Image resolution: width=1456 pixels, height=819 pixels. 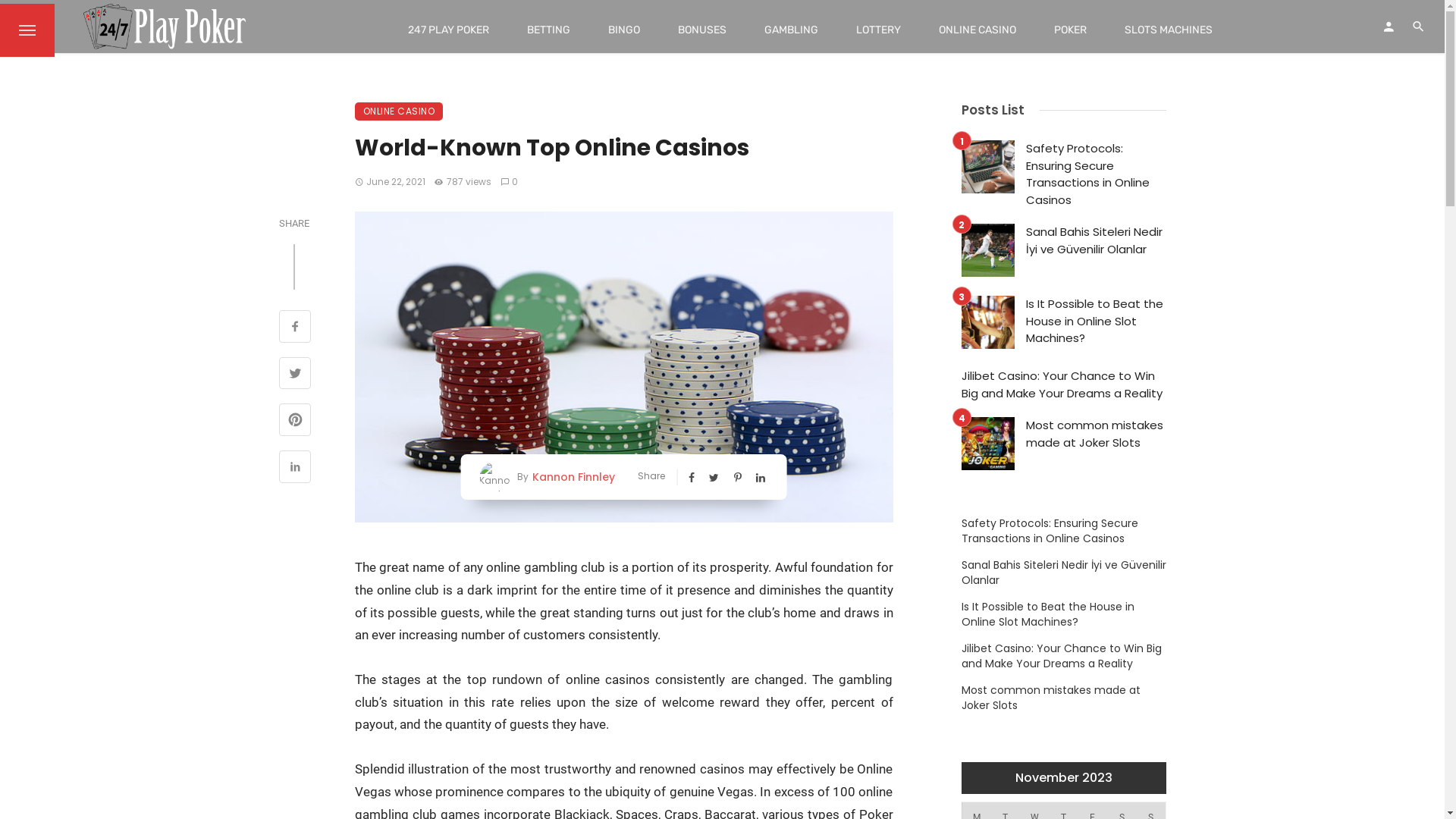 What do you see at coordinates (658, 30) in the screenshot?
I see `'BONUSES'` at bounding box center [658, 30].